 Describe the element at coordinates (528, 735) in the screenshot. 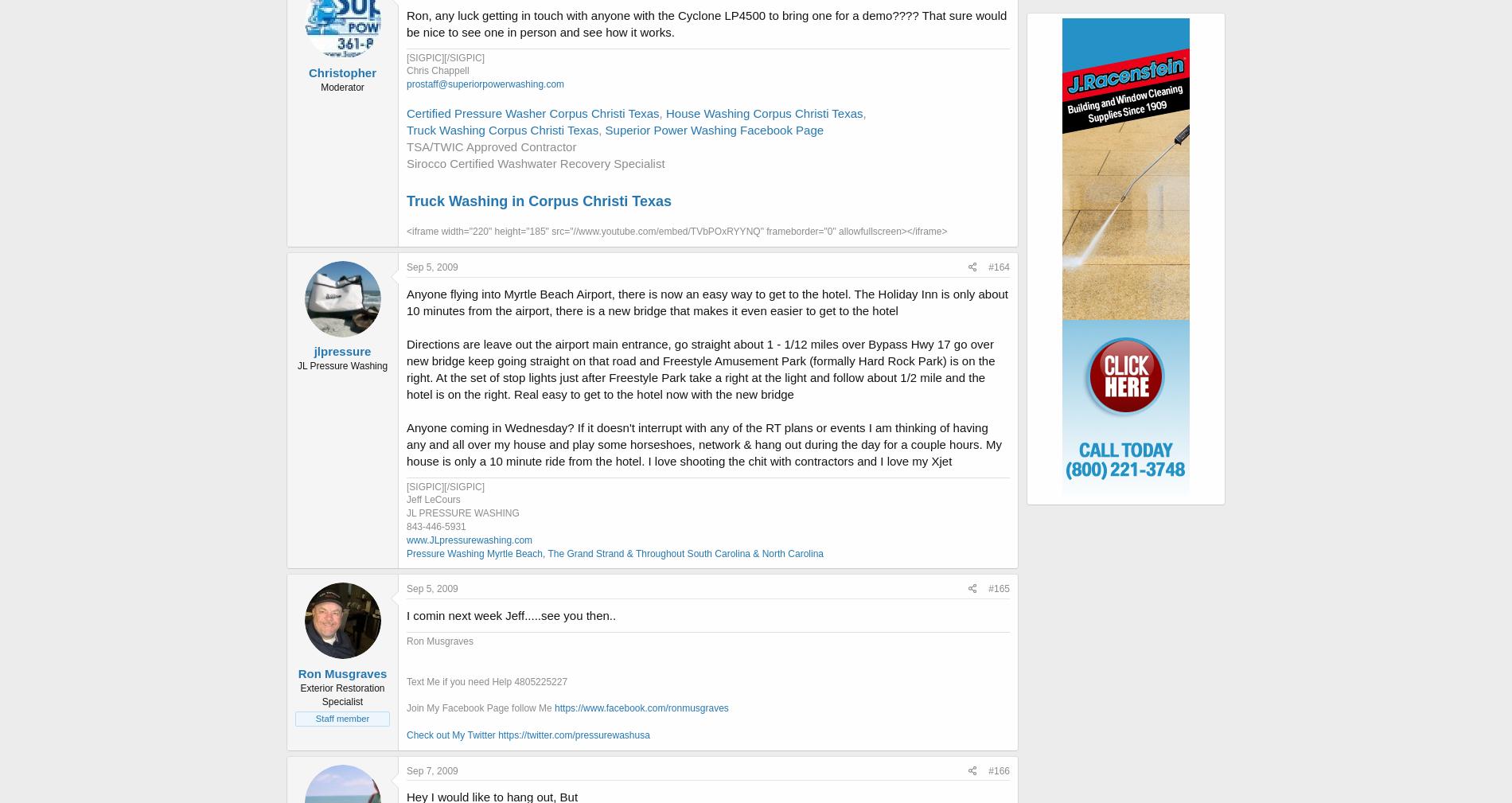

I see `'Check out My Twitter https://twitter.com/pressurewashusa'` at that location.